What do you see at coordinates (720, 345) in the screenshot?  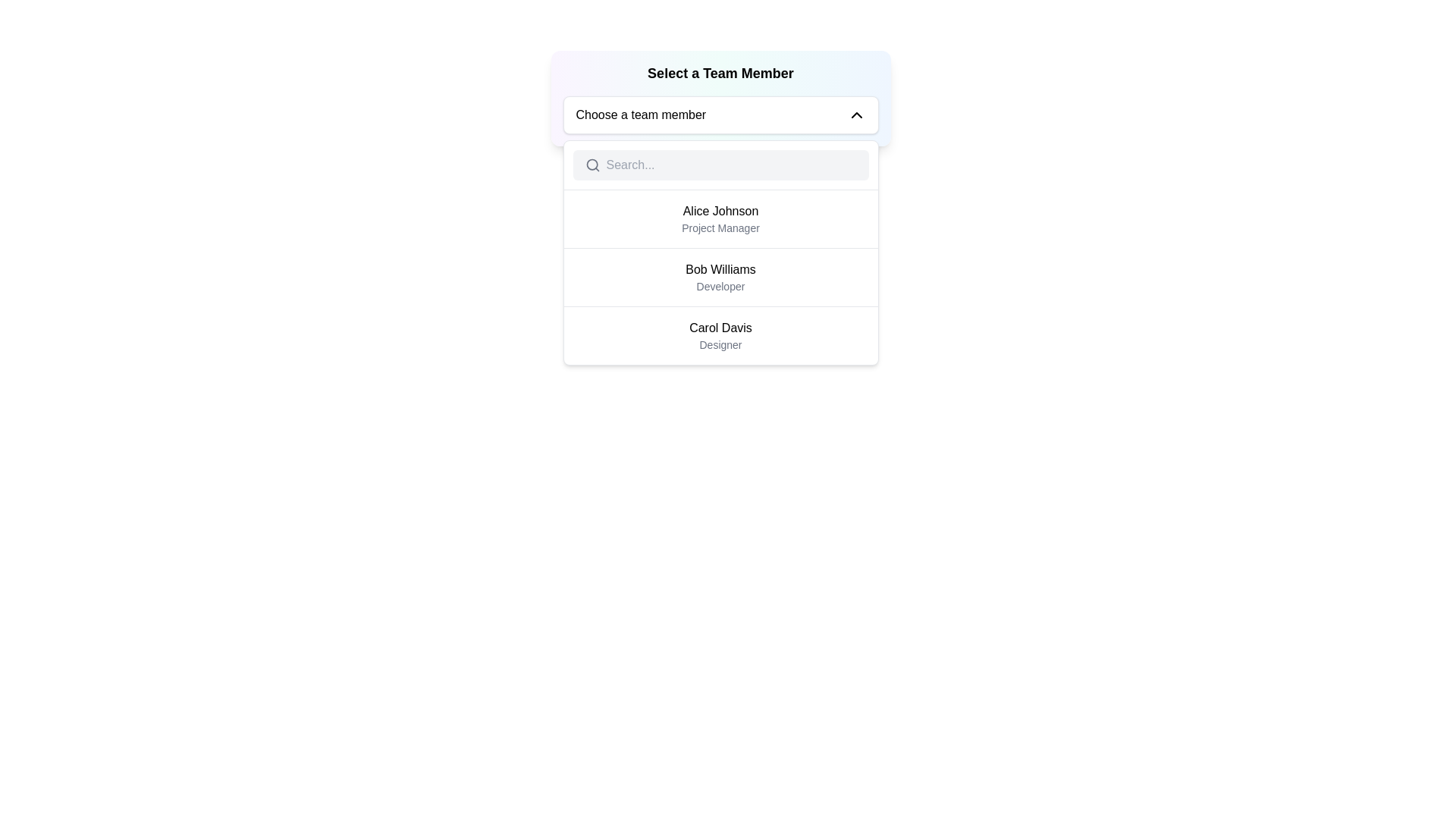 I see `text content of the job title label located below the 'Carol Davis' text label in the dropdown list` at bounding box center [720, 345].